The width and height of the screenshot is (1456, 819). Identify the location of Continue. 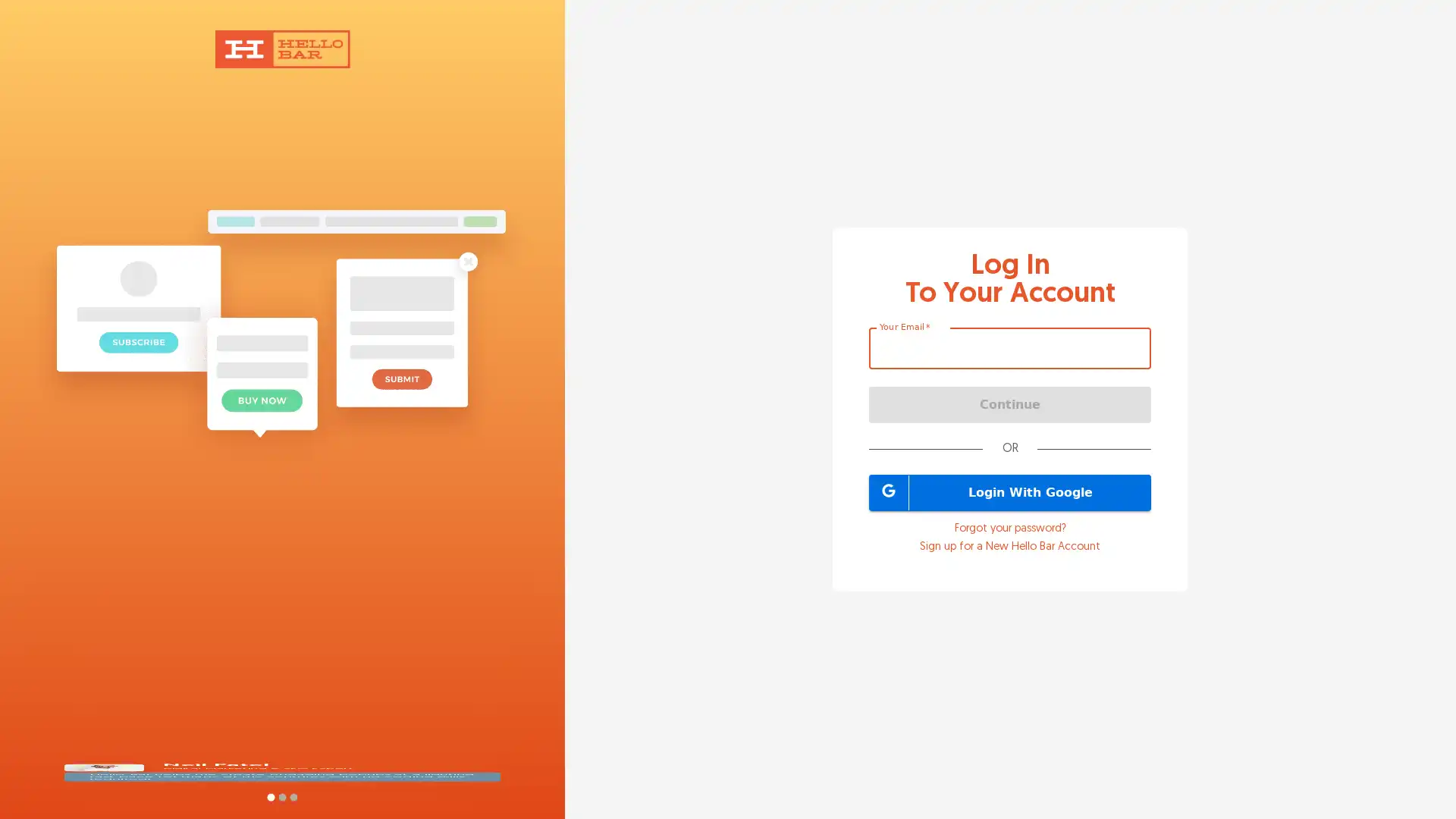
(1010, 403).